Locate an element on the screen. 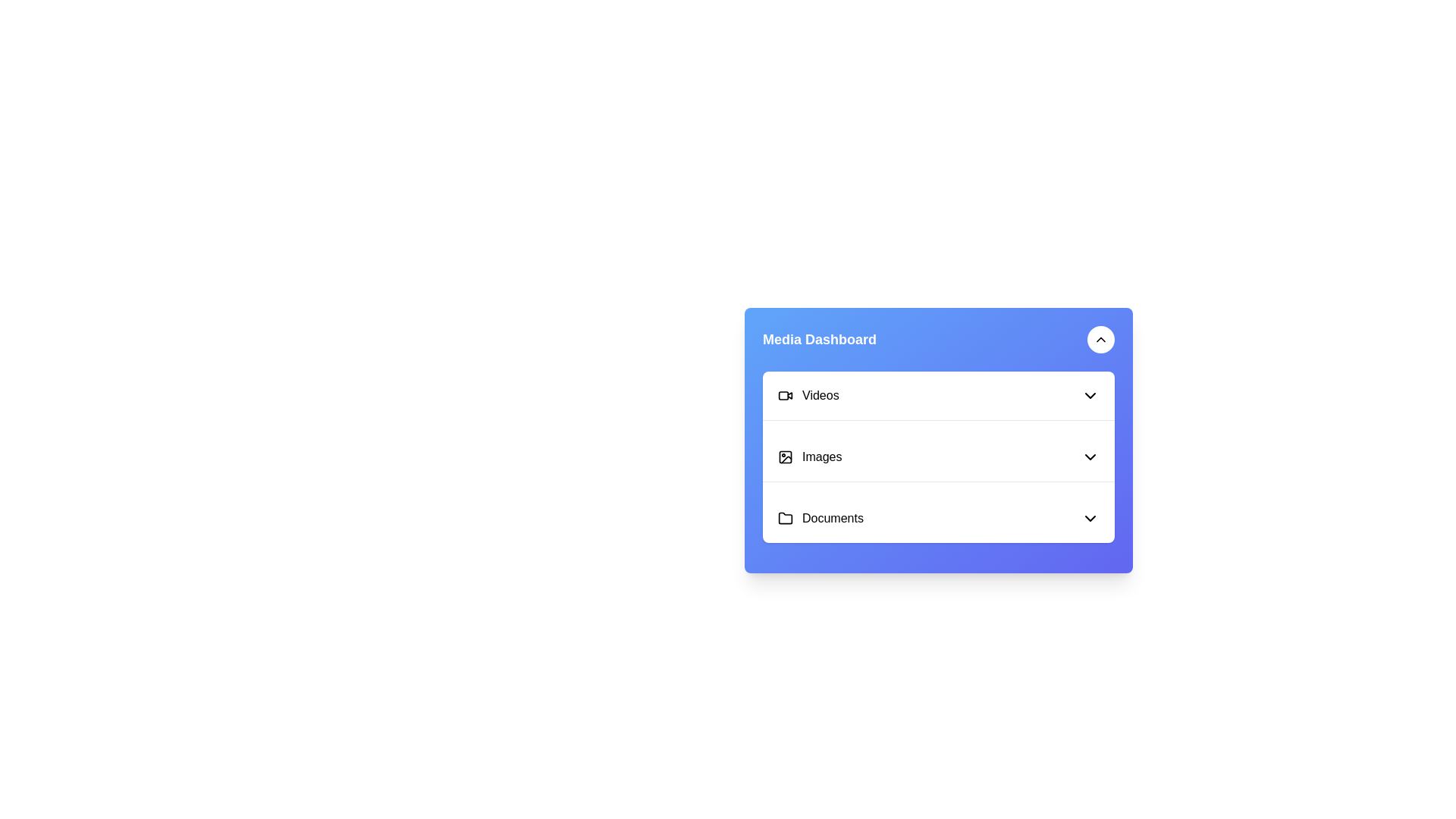  the 'Documents' menu item located as the third item in a vertical list of menu options is located at coordinates (938, 517).